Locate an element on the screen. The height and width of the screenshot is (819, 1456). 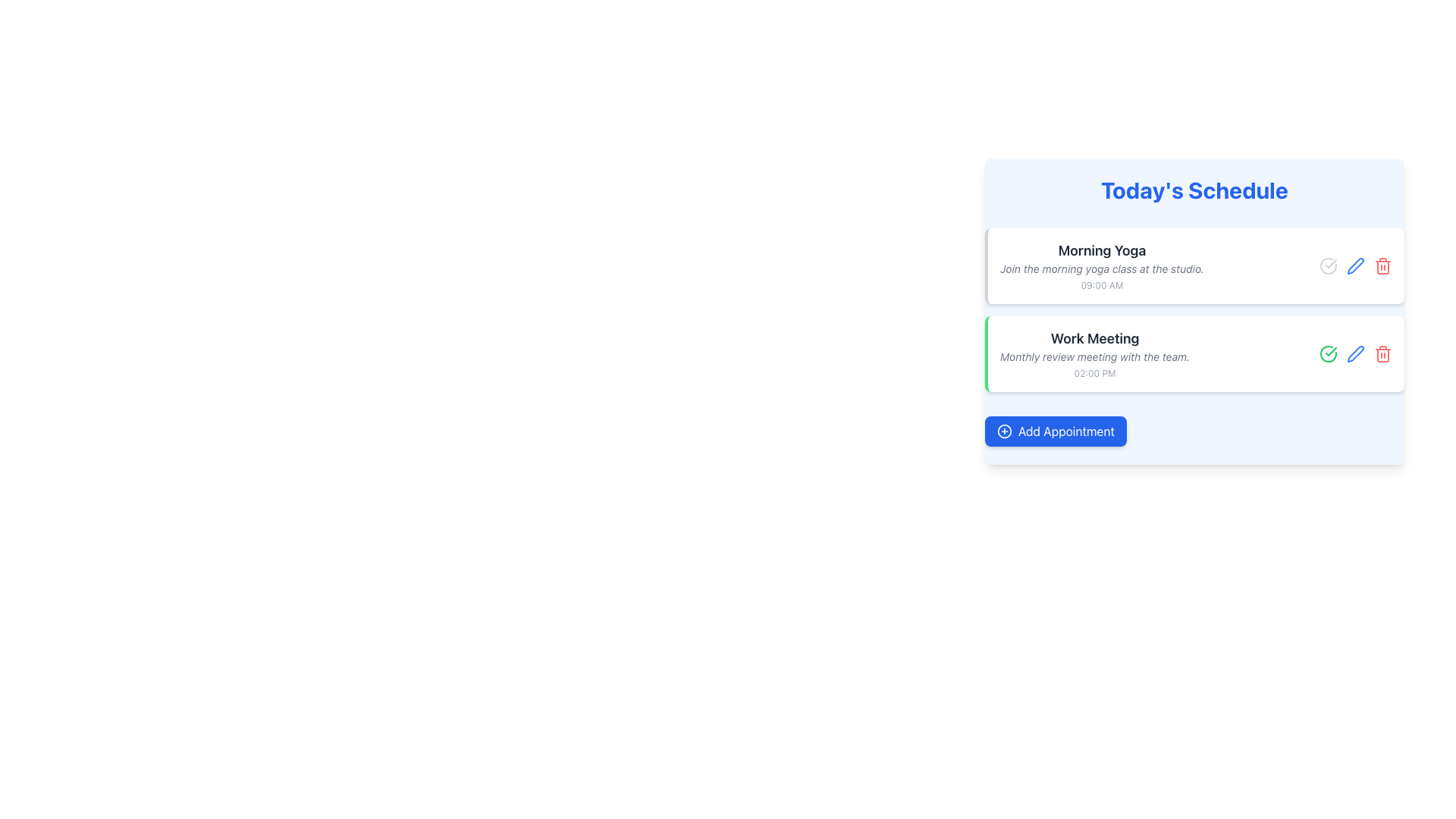
the button located at the bottom section of the 'Today's Schedule' panel is located at coordinates (1055, 431).